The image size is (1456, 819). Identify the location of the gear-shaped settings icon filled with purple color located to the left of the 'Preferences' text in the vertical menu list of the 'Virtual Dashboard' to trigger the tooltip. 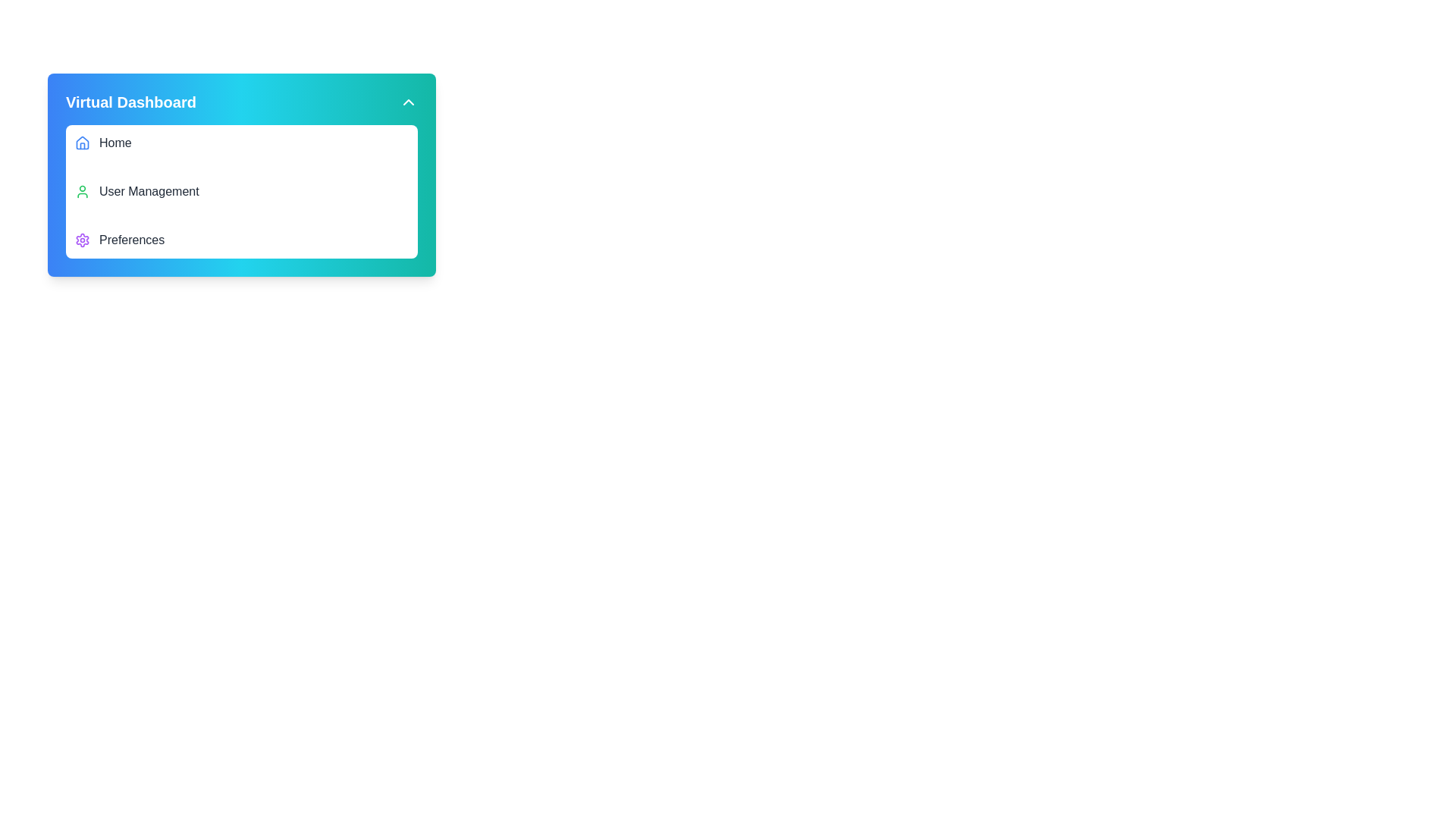
(82, 239).